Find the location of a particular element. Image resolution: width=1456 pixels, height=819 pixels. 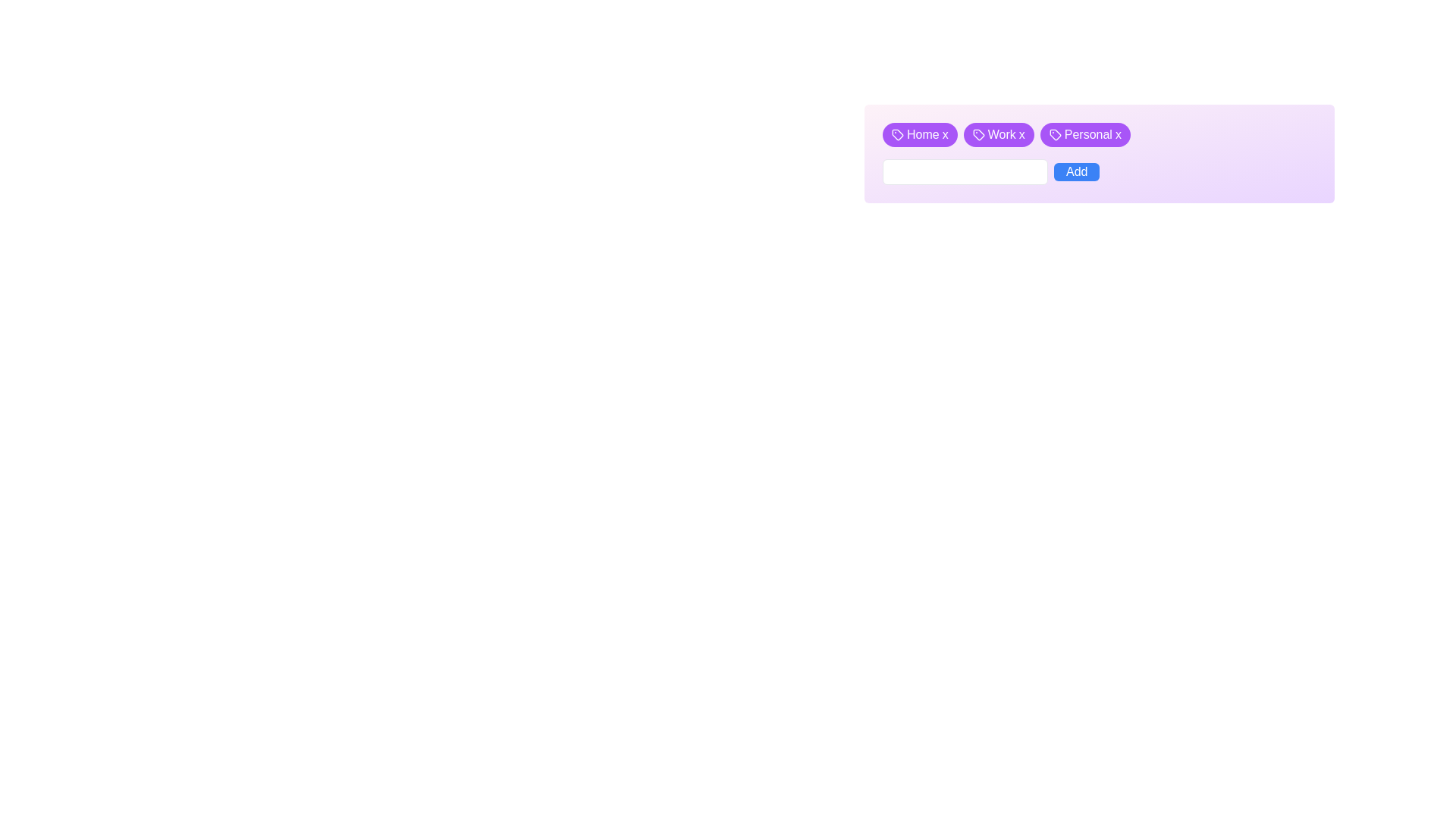

the 'Work' text label, which is the second tag from the left in a horizontal list of tags at the top of the UI, positioned between 'Home' and 'Personal' is located at coordinates (1002, 133).